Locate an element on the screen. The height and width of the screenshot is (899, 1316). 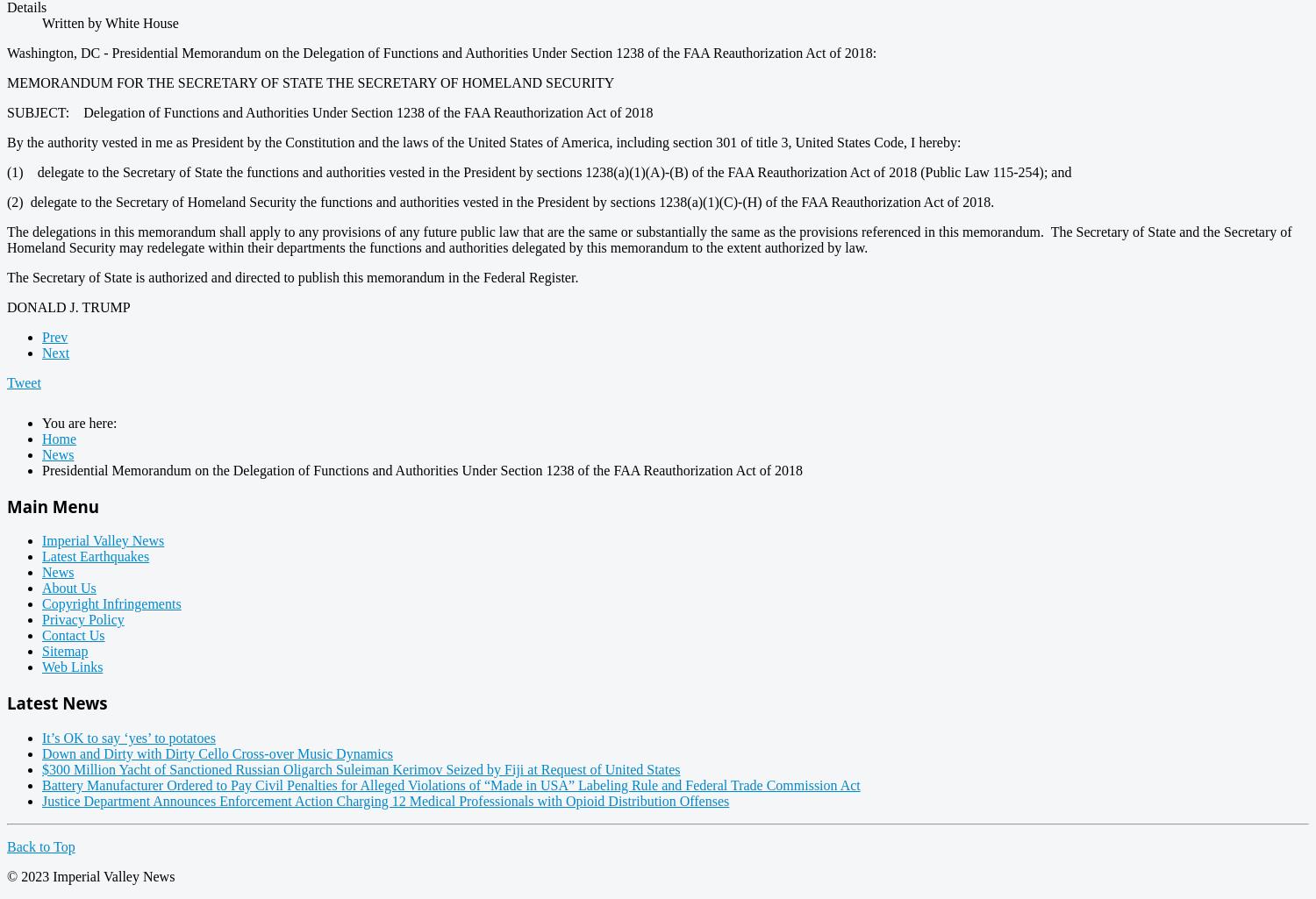
'Washington, DC - Presidential Memorandum on the Delegation of Functions and Authorities Under Section 1238 of the FAA Reauthorization Act of 2018:' is located at coordinates (441, 51).